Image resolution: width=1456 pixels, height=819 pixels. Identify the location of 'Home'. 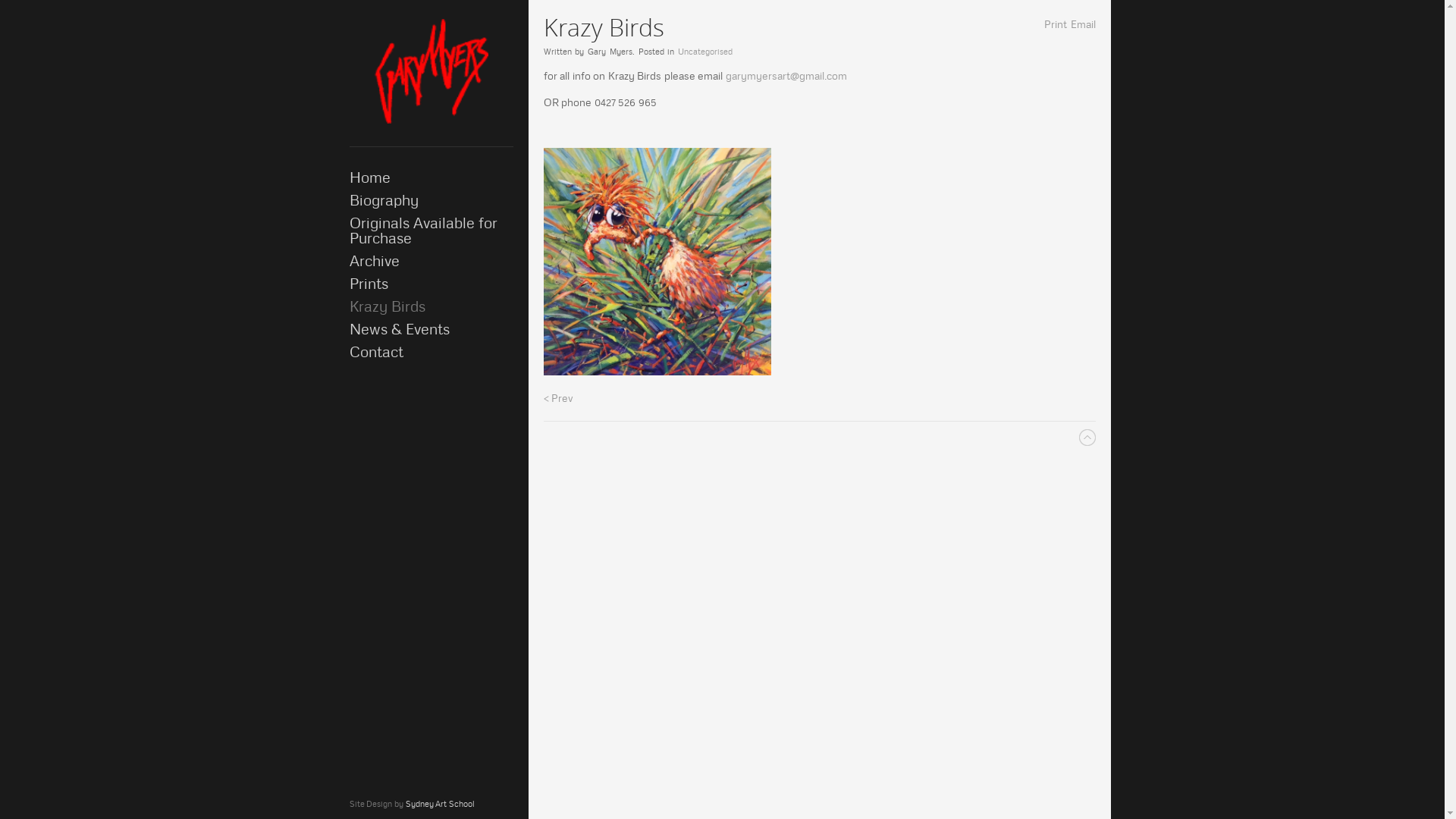
(429, 177).